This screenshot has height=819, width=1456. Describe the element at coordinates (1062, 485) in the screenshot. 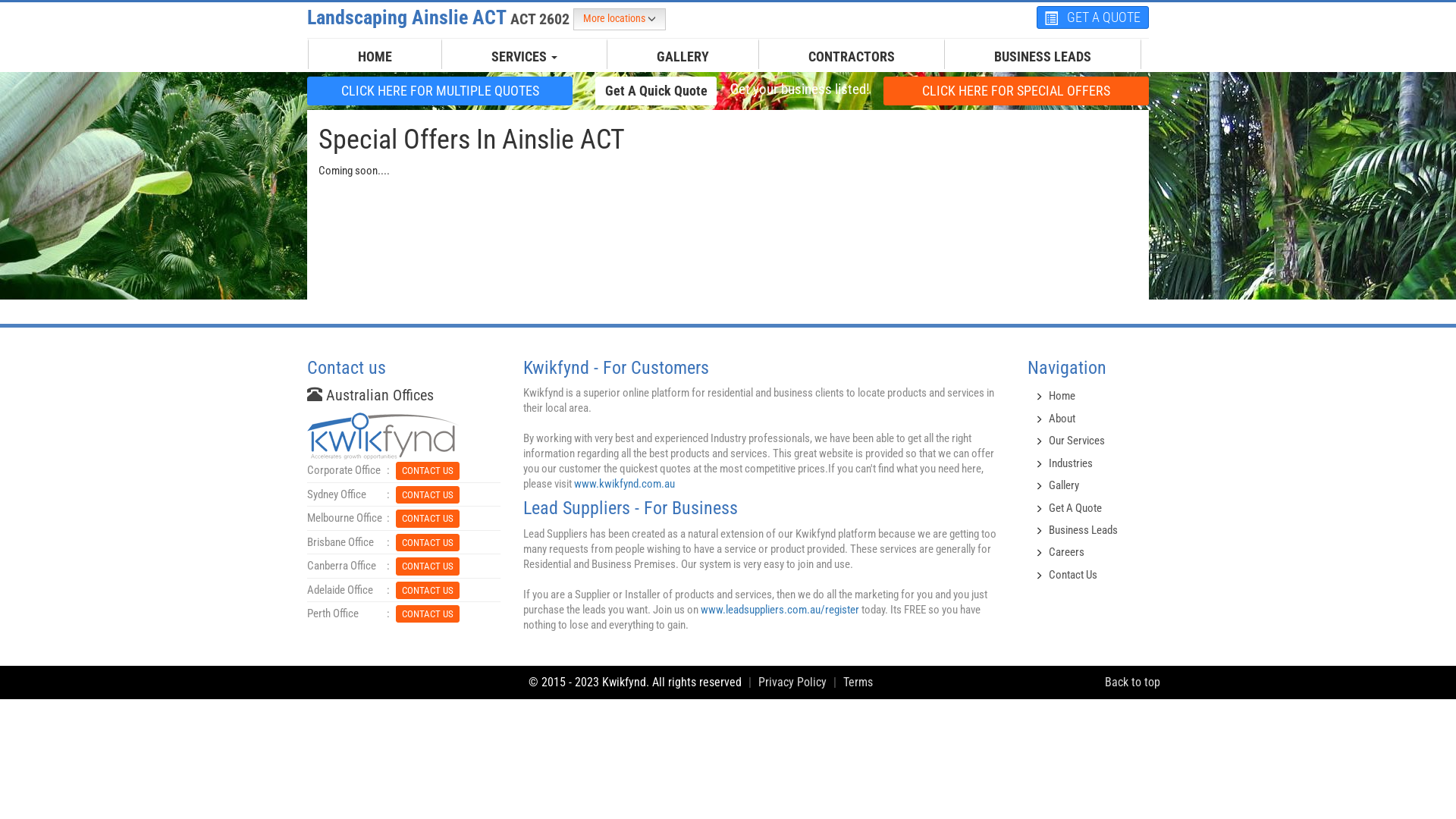

I see `'Gallery'` at that location.